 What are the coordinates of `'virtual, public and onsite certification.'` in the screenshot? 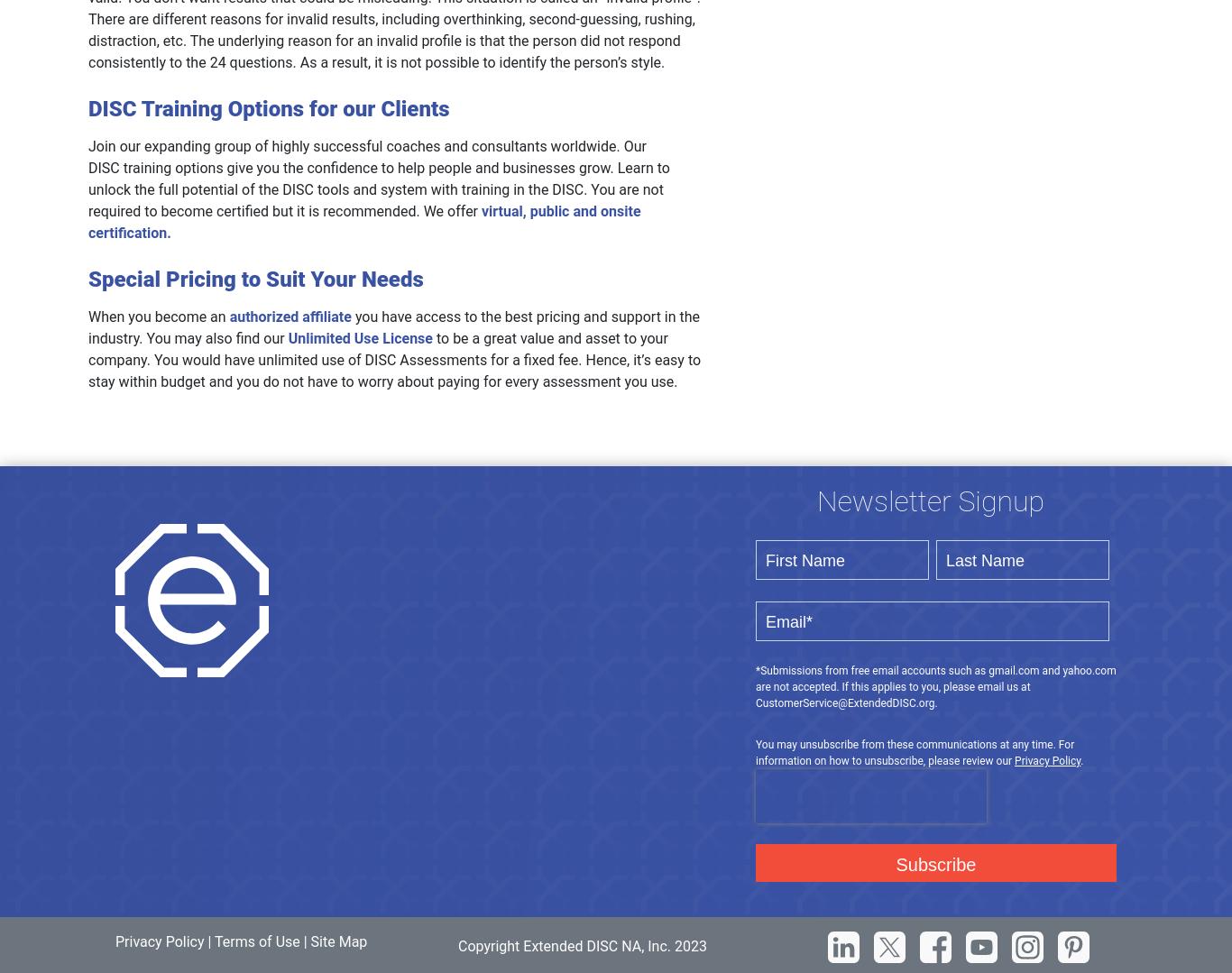 It's located at (363, 221).